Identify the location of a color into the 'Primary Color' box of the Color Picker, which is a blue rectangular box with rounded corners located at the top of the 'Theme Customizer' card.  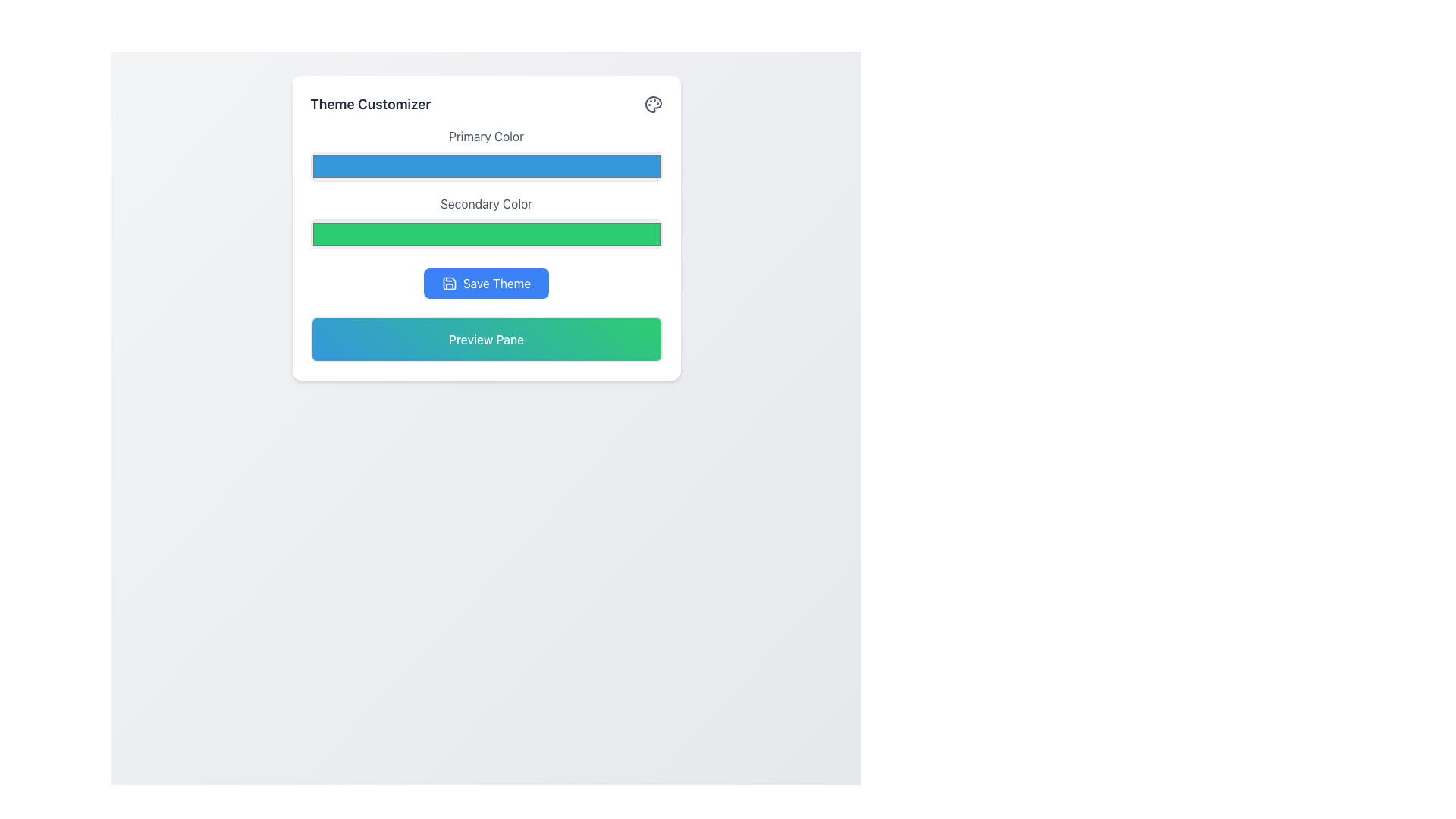
(486, 155).